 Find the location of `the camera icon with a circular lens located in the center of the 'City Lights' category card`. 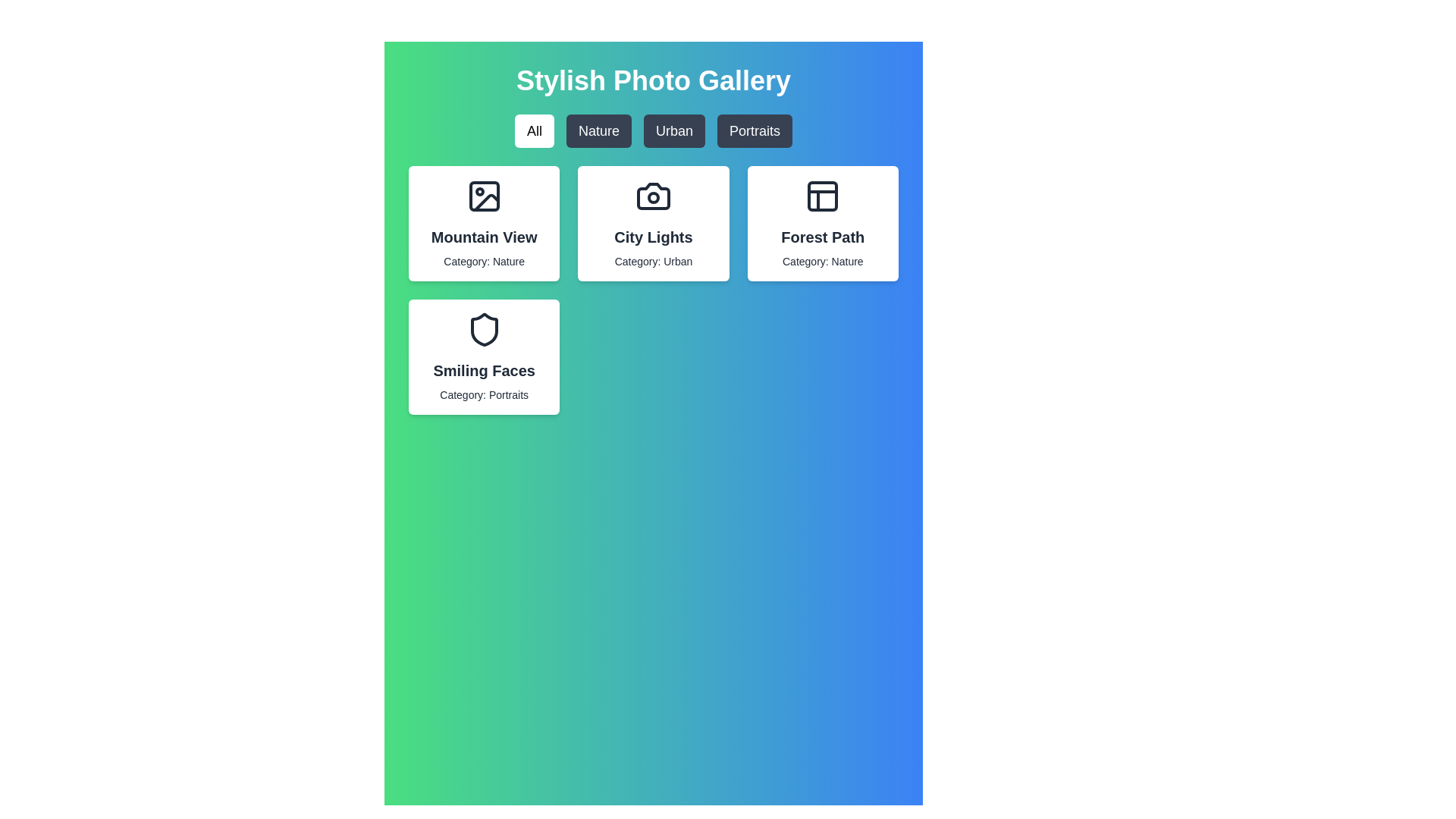

the camera icon with a circular lens located in the center of the 'City Lights' category card is located at coordinates (653, 195).